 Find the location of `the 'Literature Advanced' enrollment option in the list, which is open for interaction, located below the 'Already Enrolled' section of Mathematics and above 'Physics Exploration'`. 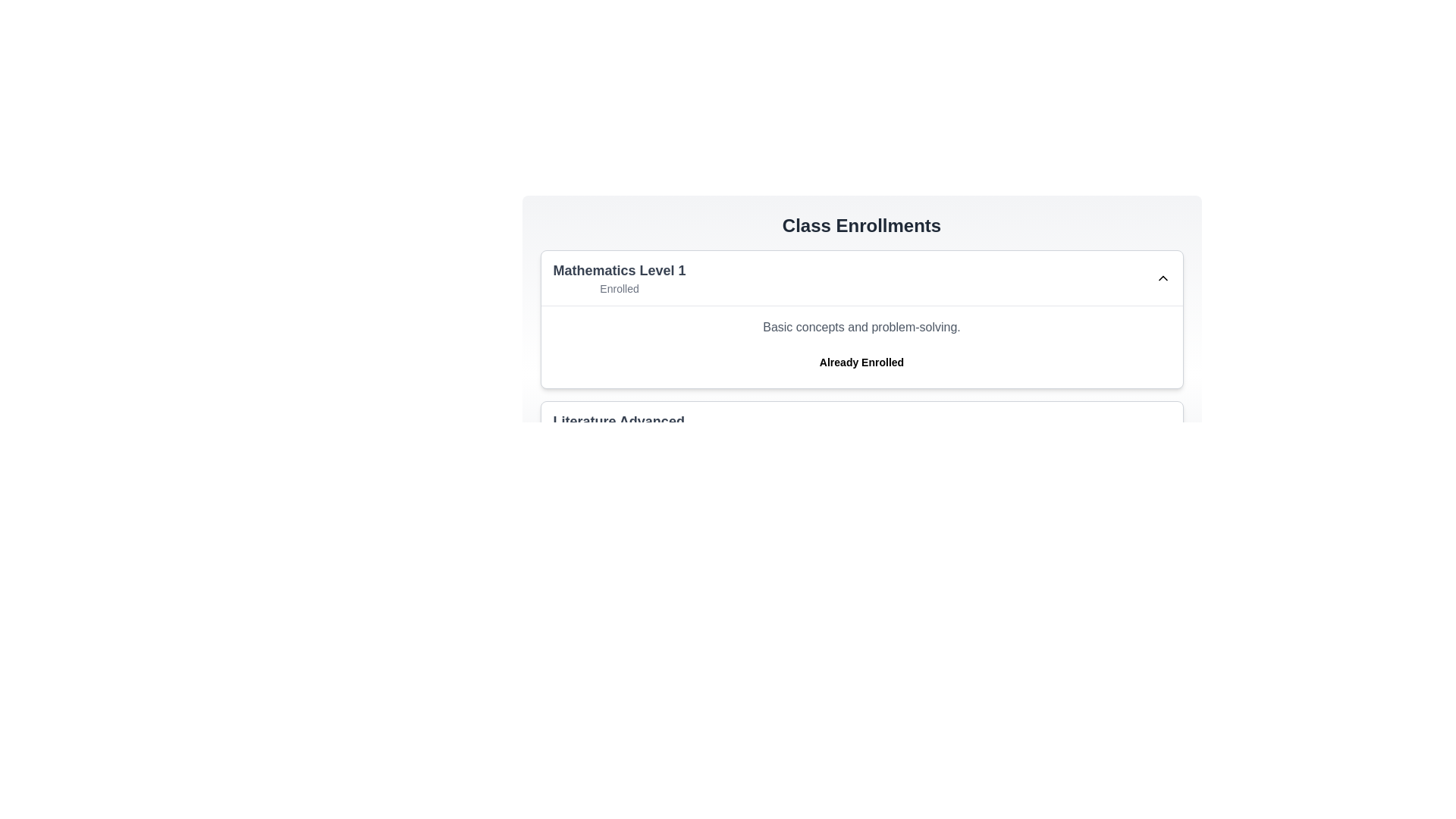

the 'Literature Advanced' enrollment option in the list, which is open for interaction, located below the 'Already Enrolled' section of Mathematics and above 'Physics Exploration' is located at coordinates (861, 429).